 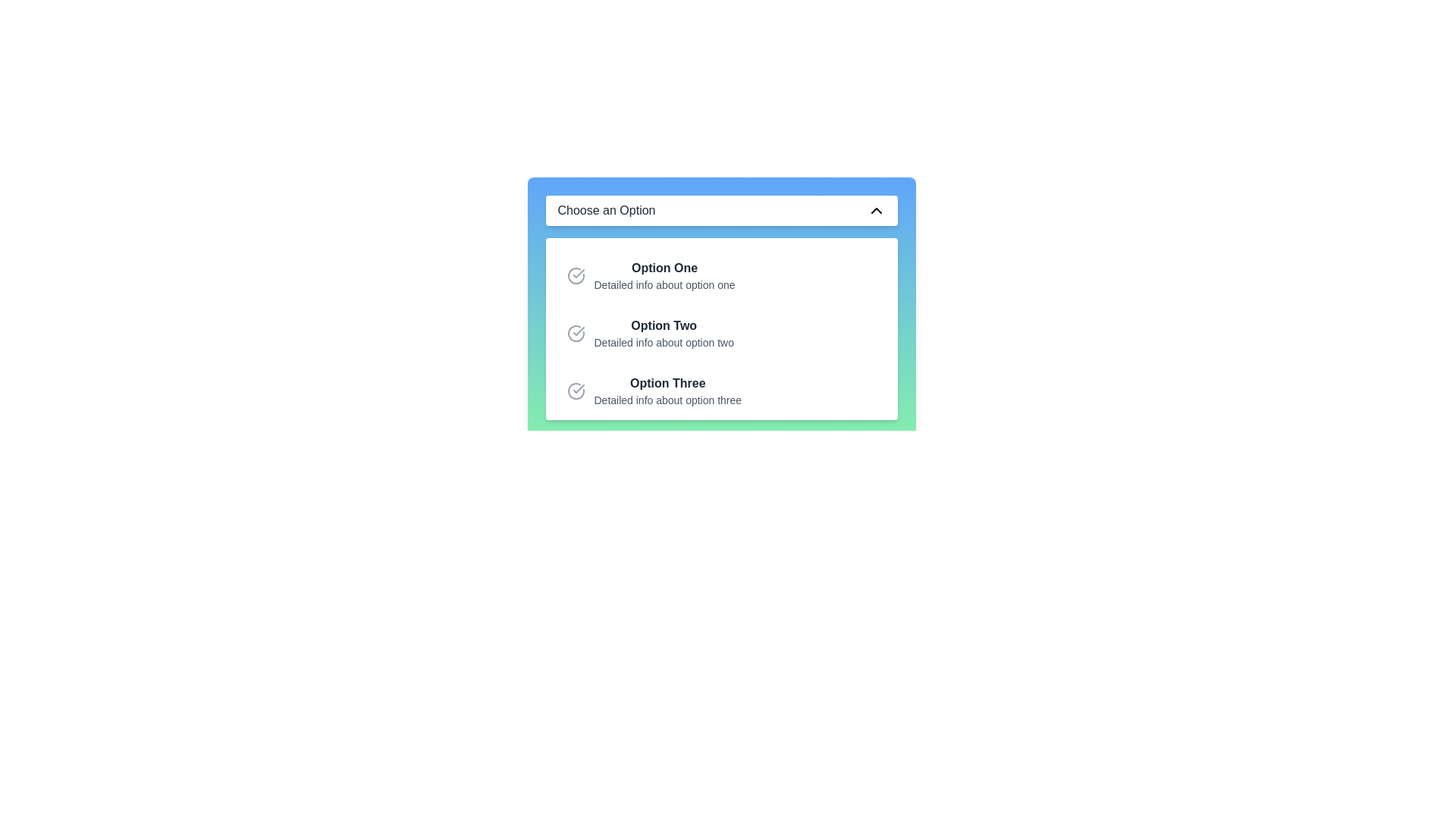 I want to click on the primary label of the third item in the dropdown options, so click(x=667, y=382).